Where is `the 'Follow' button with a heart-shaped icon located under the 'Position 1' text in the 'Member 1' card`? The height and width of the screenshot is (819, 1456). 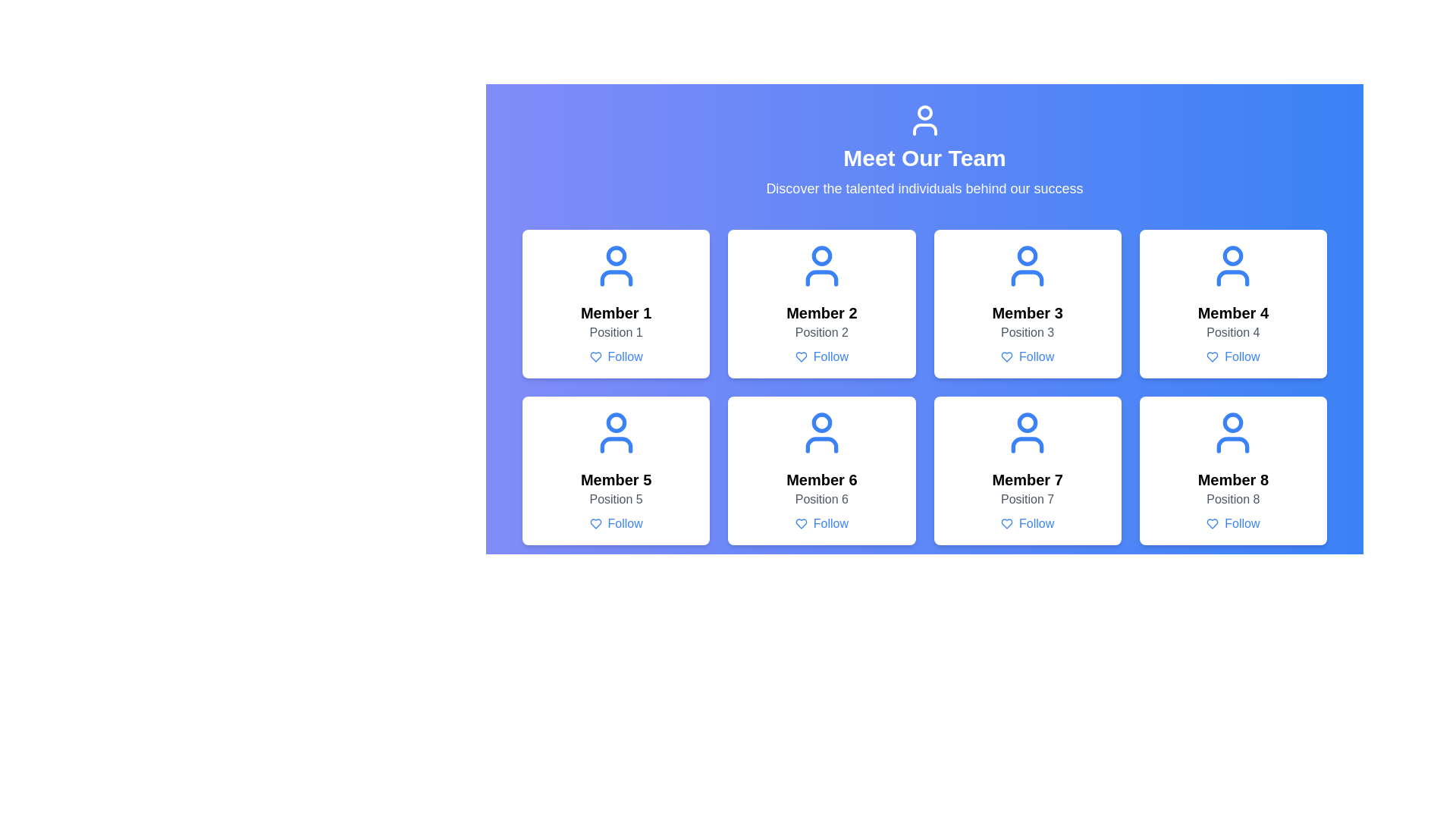
the 'Follow' button with a heart-shaped icon located under the 'Position 1' text in the 'Member 1' card is located at coordinates (616, 356).